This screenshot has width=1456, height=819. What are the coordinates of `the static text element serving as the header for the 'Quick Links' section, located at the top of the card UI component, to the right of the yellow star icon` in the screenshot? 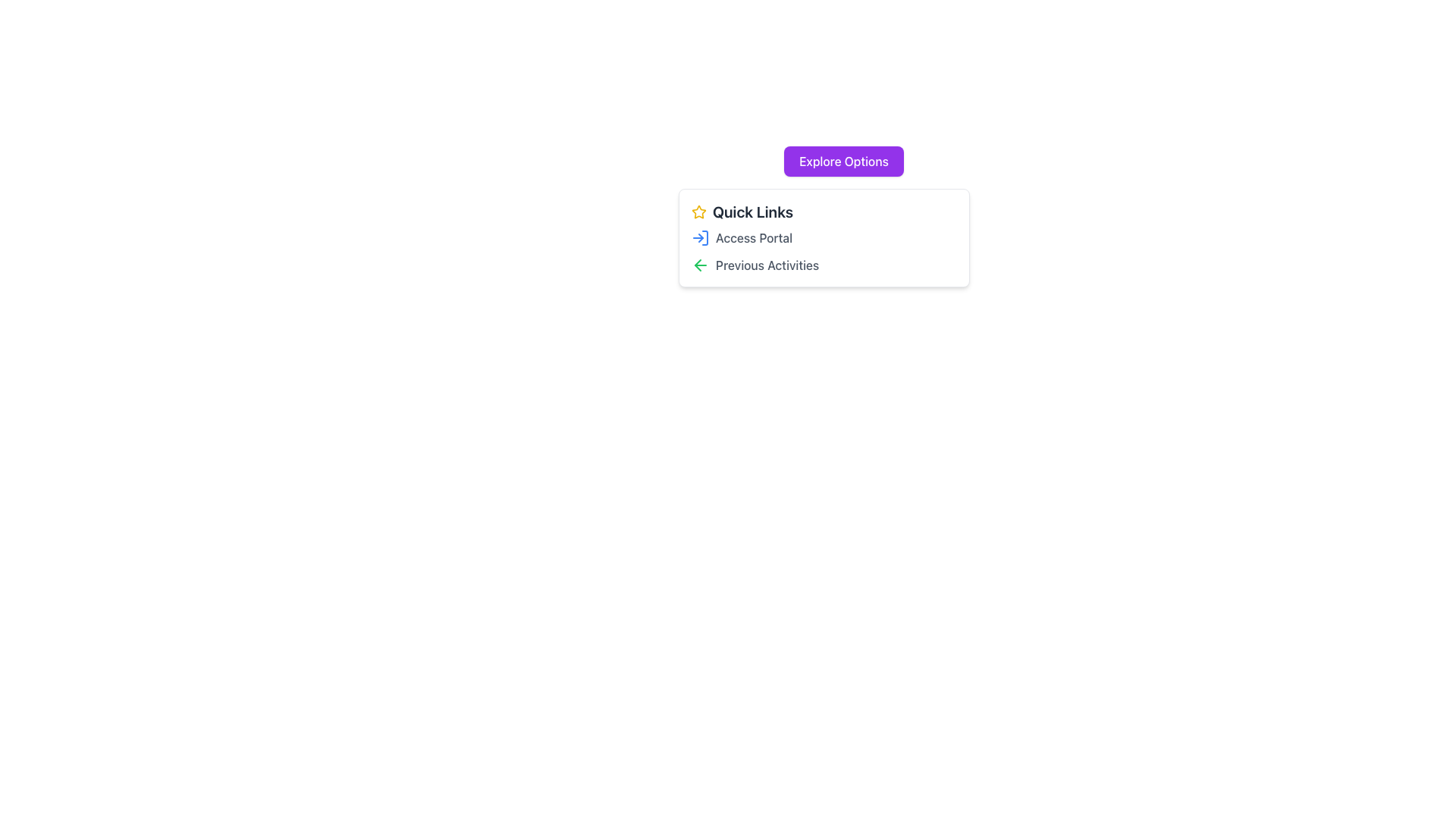 It's located at (753, 212).